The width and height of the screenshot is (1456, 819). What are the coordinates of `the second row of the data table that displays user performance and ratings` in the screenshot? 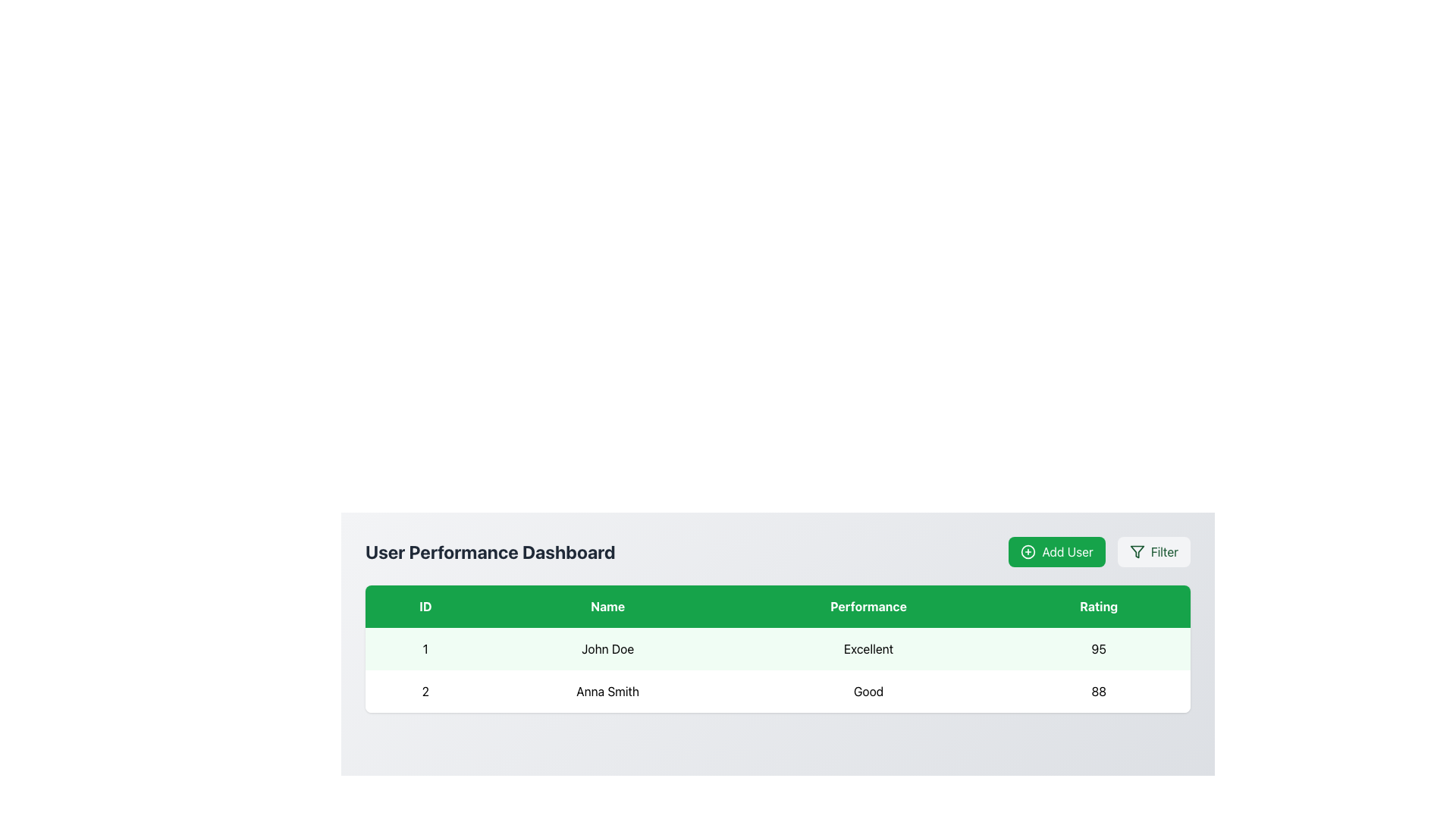 It's located at (778, 691).